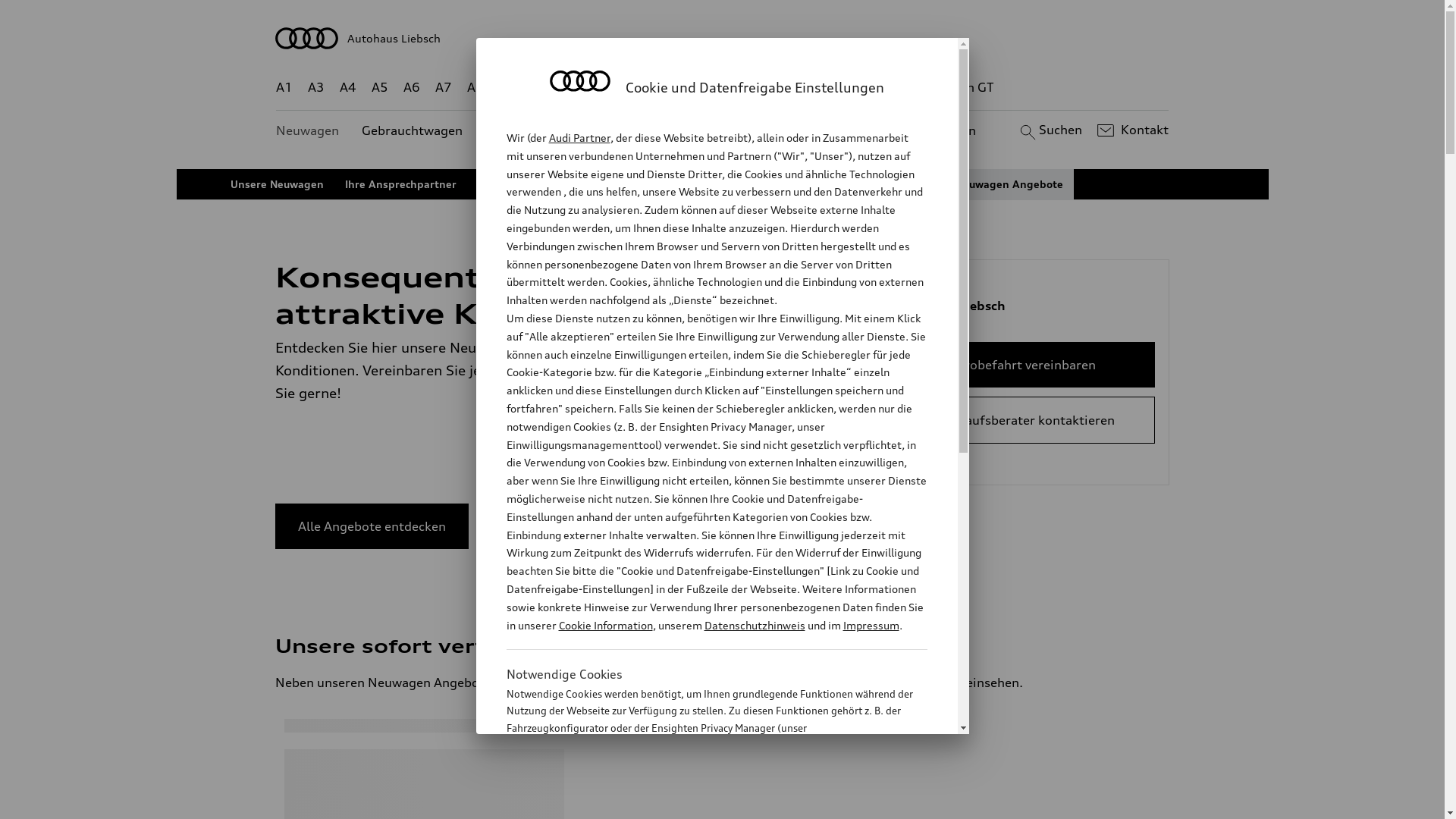 The width and height of the screenshot is (1456, 819). What do you see at coordinates (563, 87) in the screenshot?
I see `'Q4 e-tron'` at bounding box center [563, 87].